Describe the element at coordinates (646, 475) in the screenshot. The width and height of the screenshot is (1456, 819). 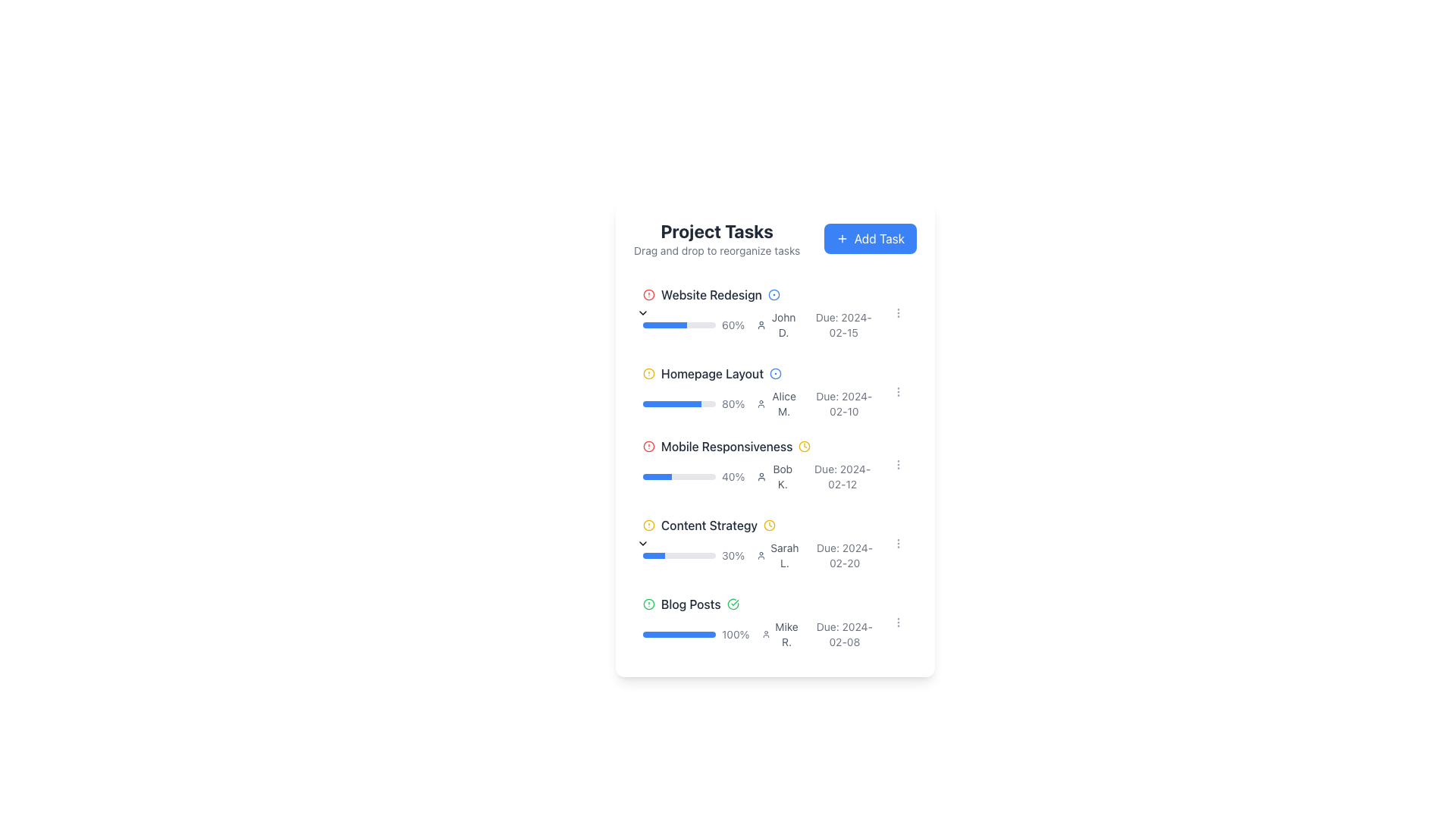
I see `progress` at that location.